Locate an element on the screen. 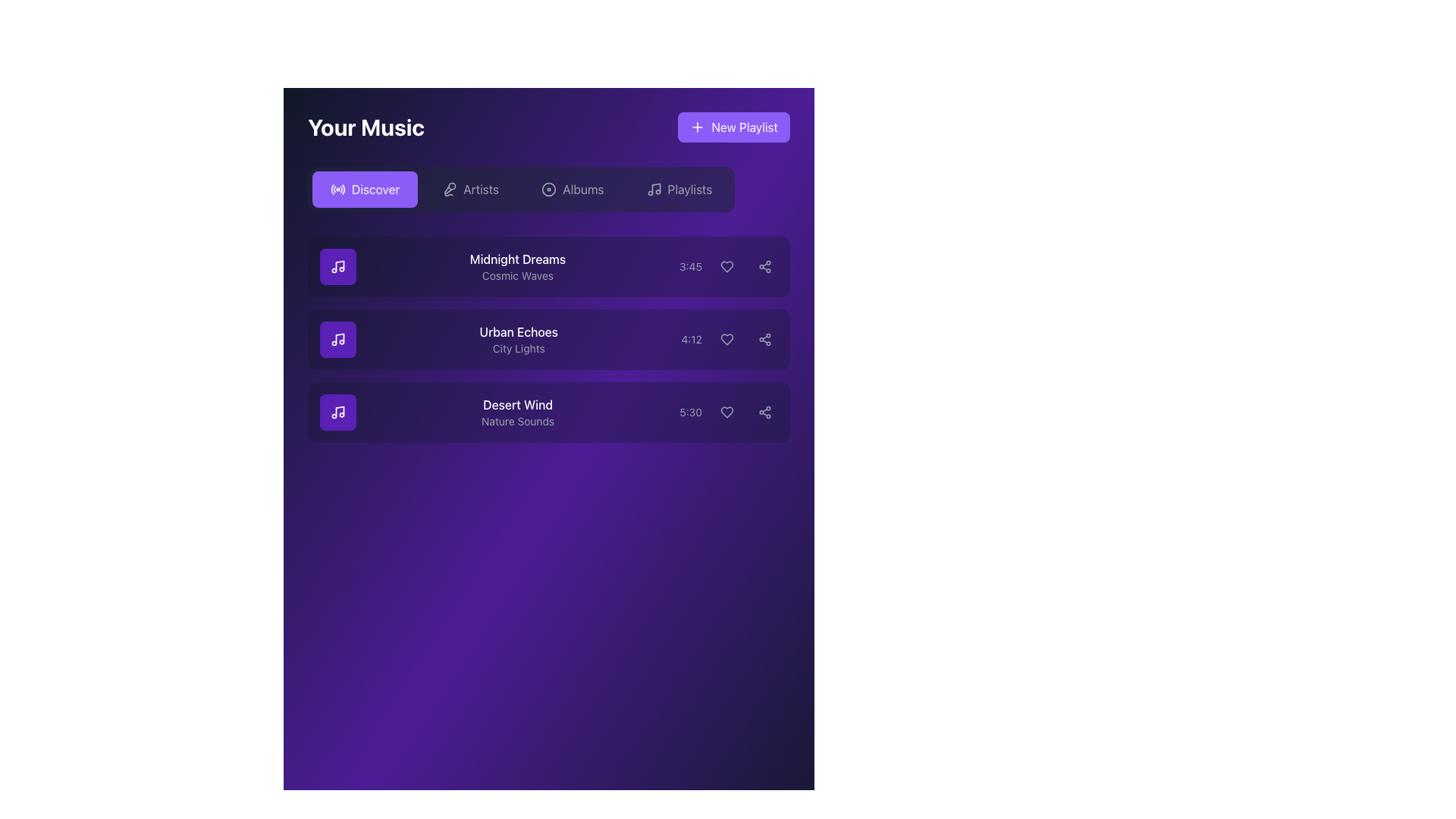 This screenshot has width=1456, height=819. the circular share button, which is the second interactive button in the row for the music track 'Urban Echoes', located to the far right adjacent to the heart icon is located at coordinates (764, 338).